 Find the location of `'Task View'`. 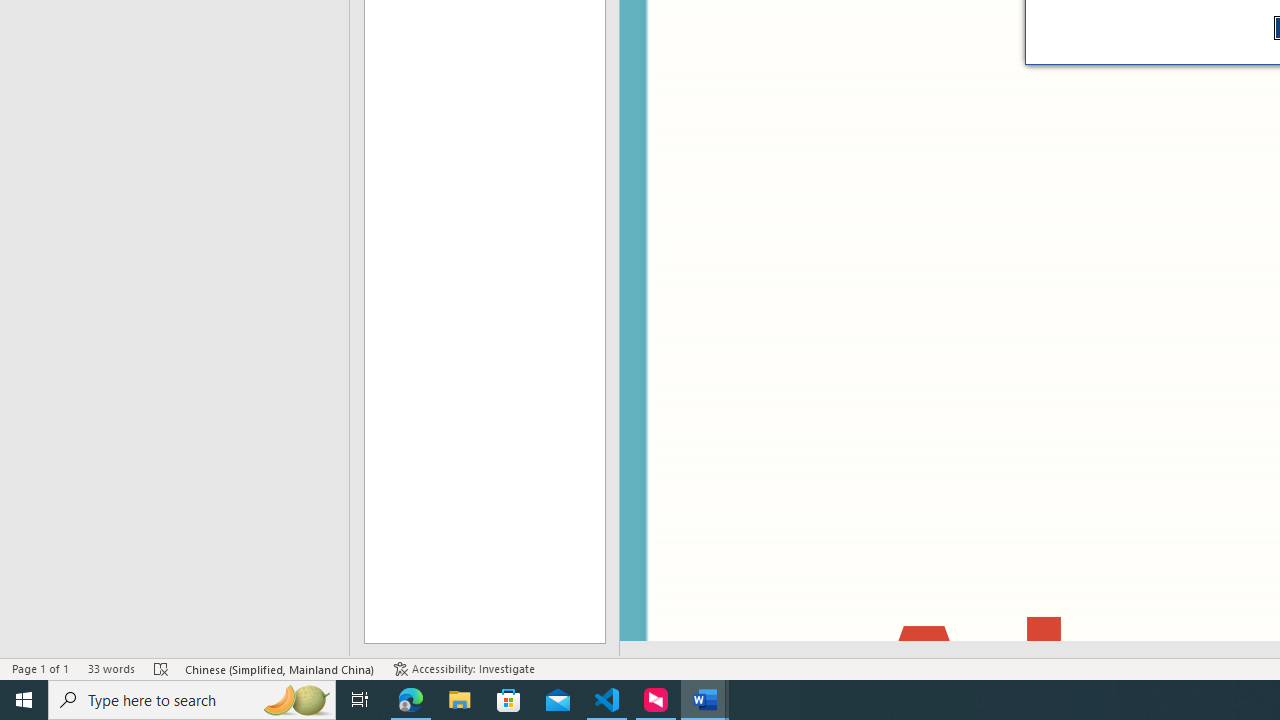

'Task View' is located at coordinates (359, 698).